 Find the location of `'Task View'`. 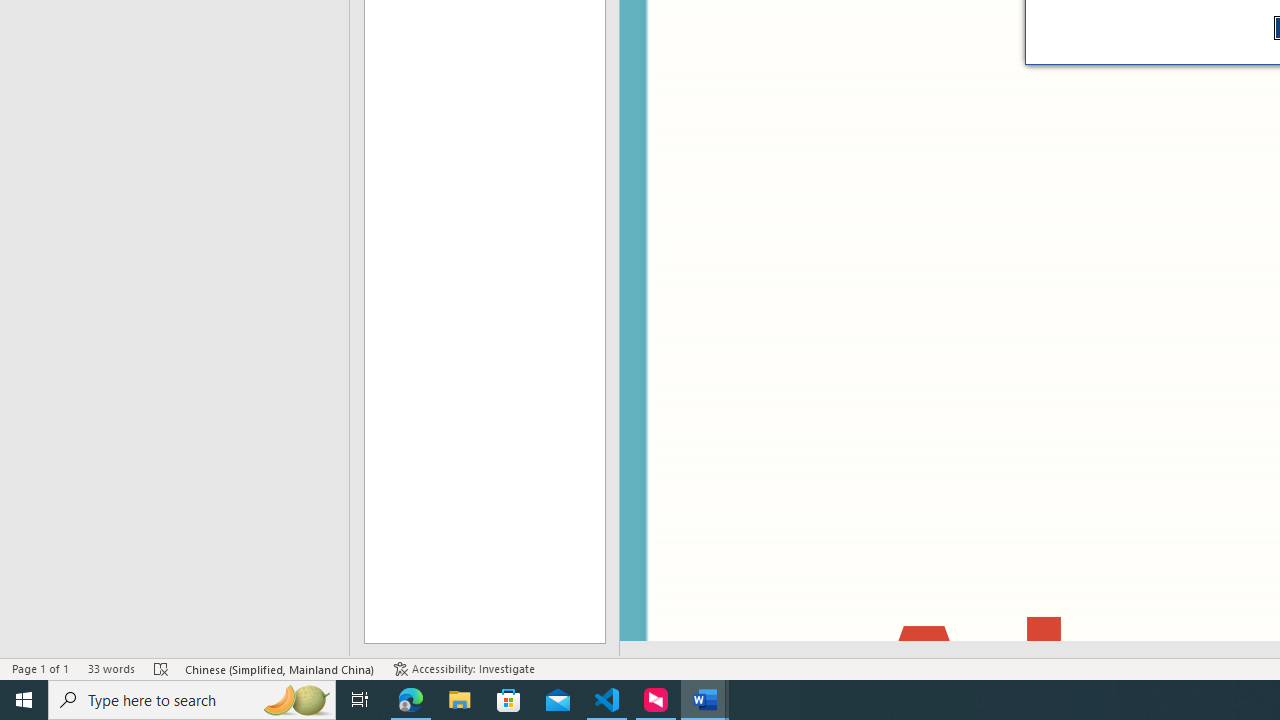

'Task View' is located at coordinates (359, 698).